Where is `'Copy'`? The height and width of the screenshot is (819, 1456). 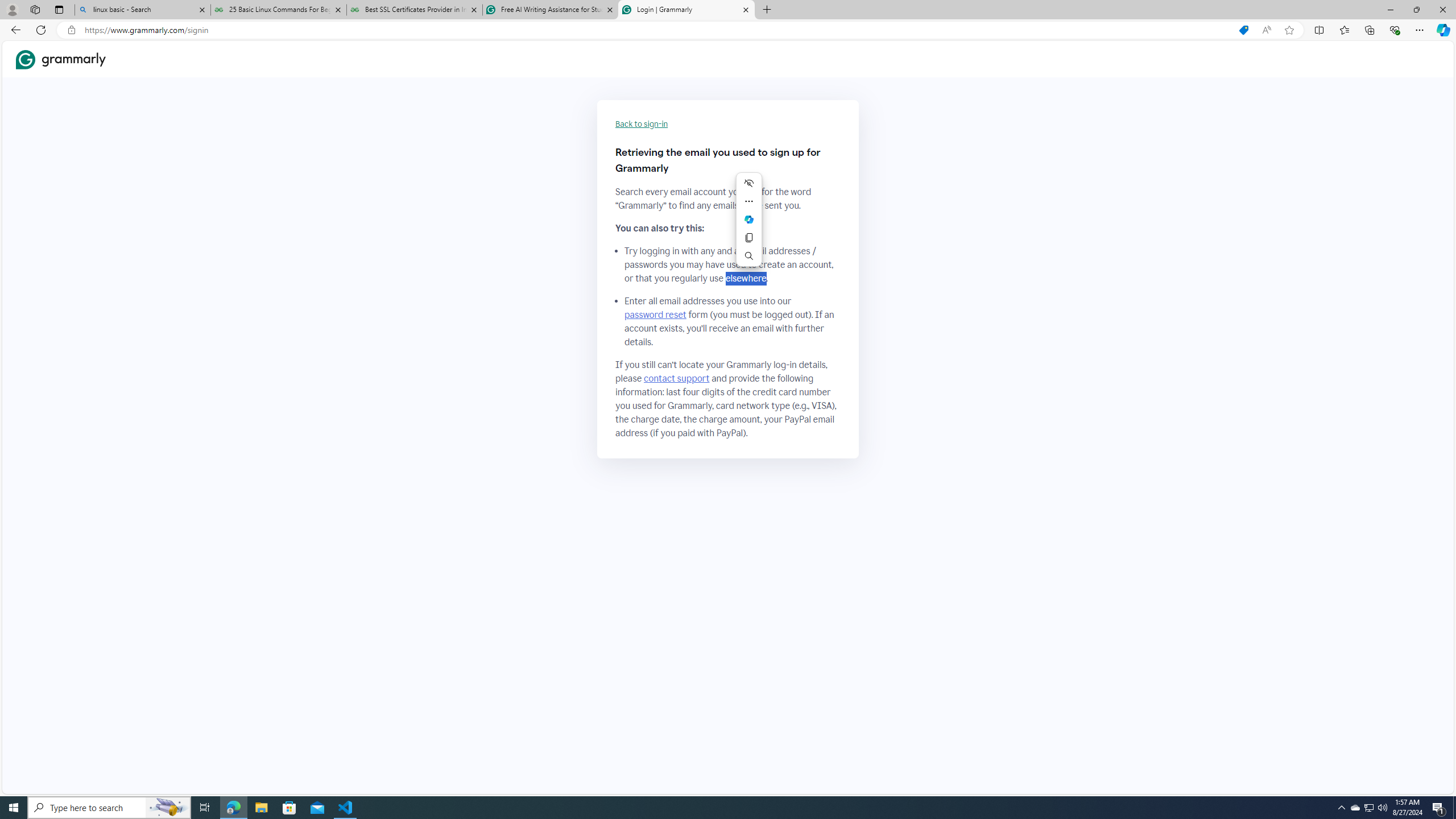 'Copy' is located at coordinates (748, 237).